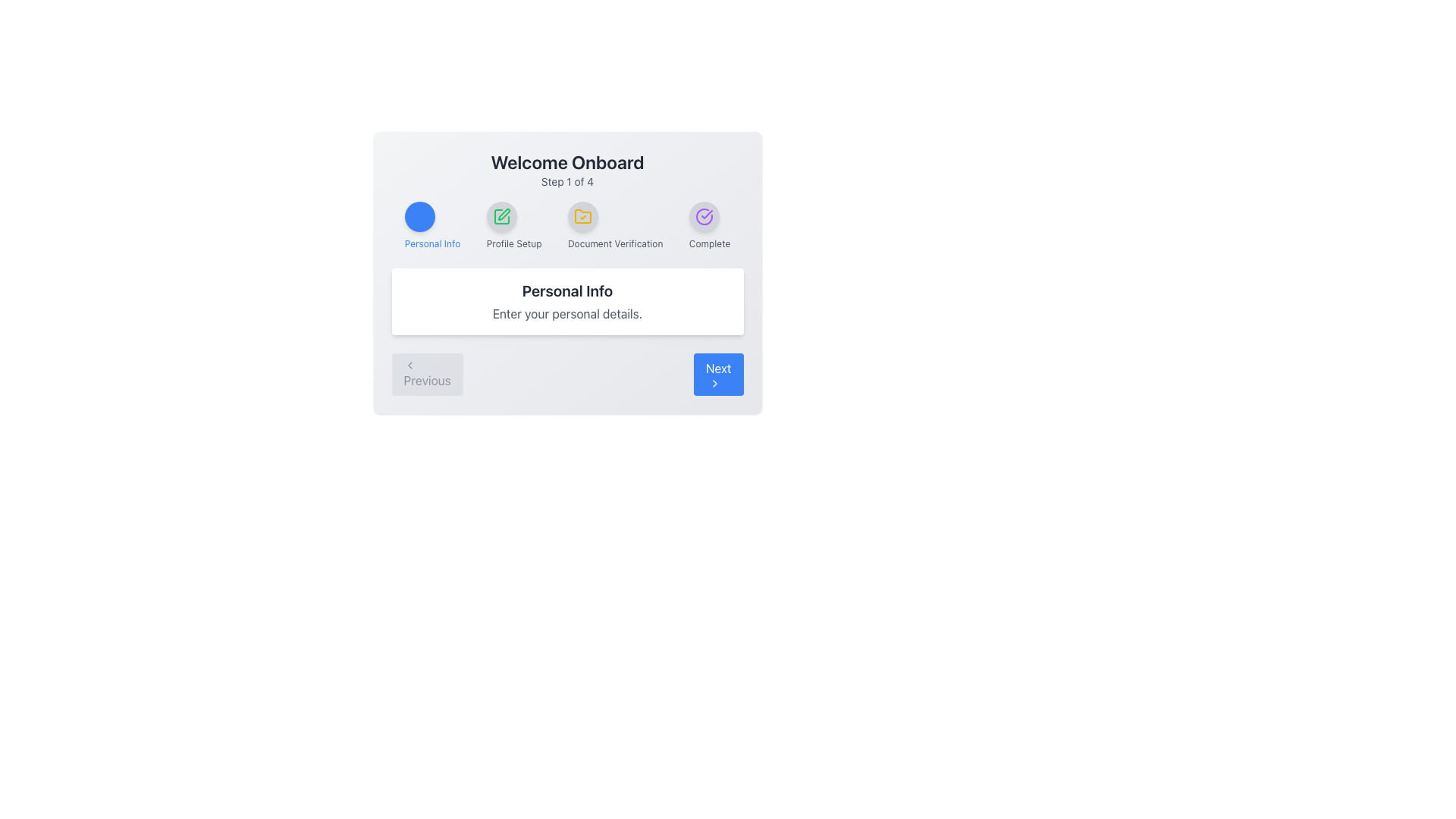 The image size is (1456, 819). What do you see at coordinates (714, 382) in the screenshot?
I see `the chevron icon located within the 'Next' button to observe any visual changes` at bounding box center [714, 382].